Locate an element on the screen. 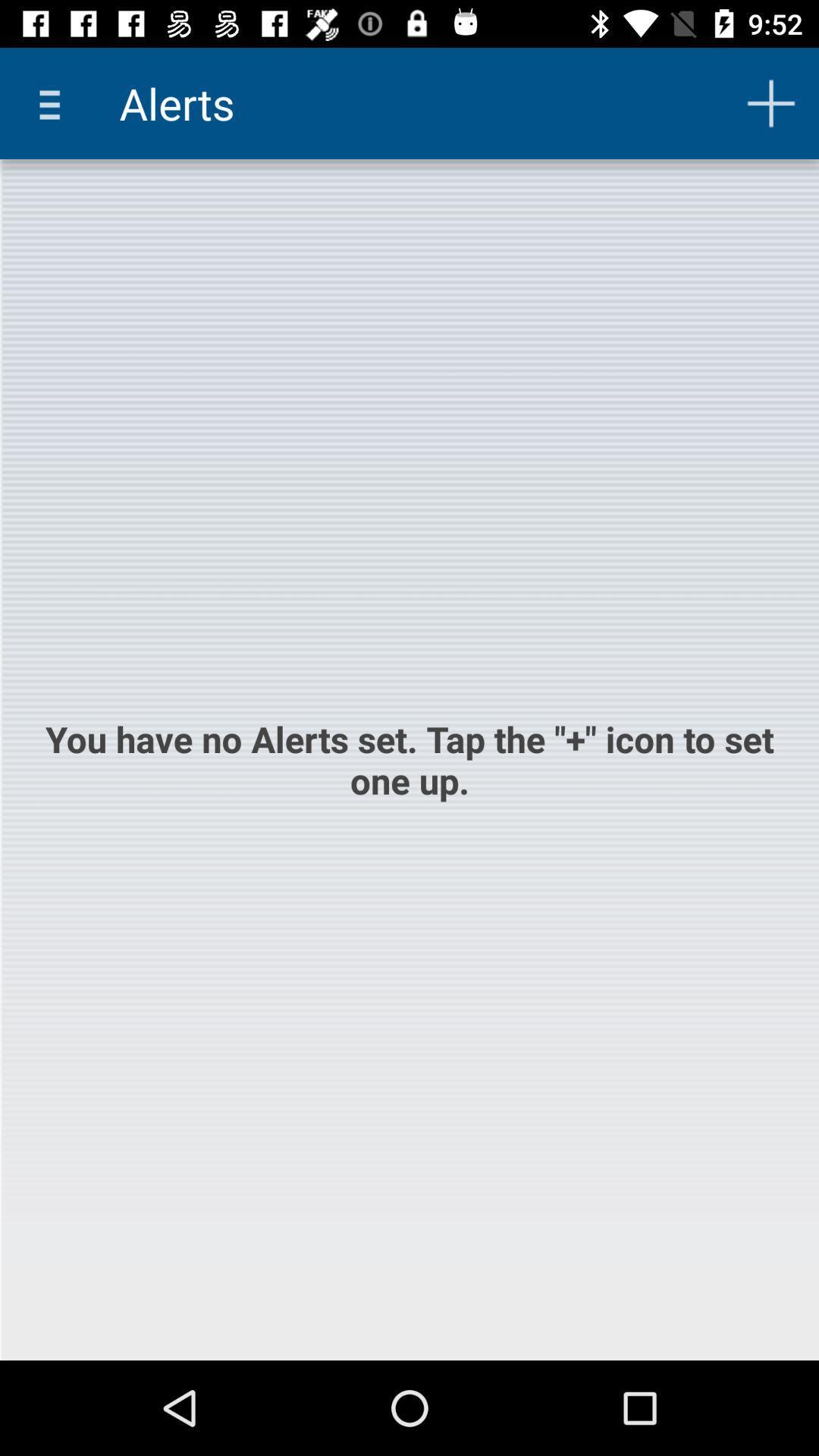  item next to the alerts is located at coordinates (771, 102).